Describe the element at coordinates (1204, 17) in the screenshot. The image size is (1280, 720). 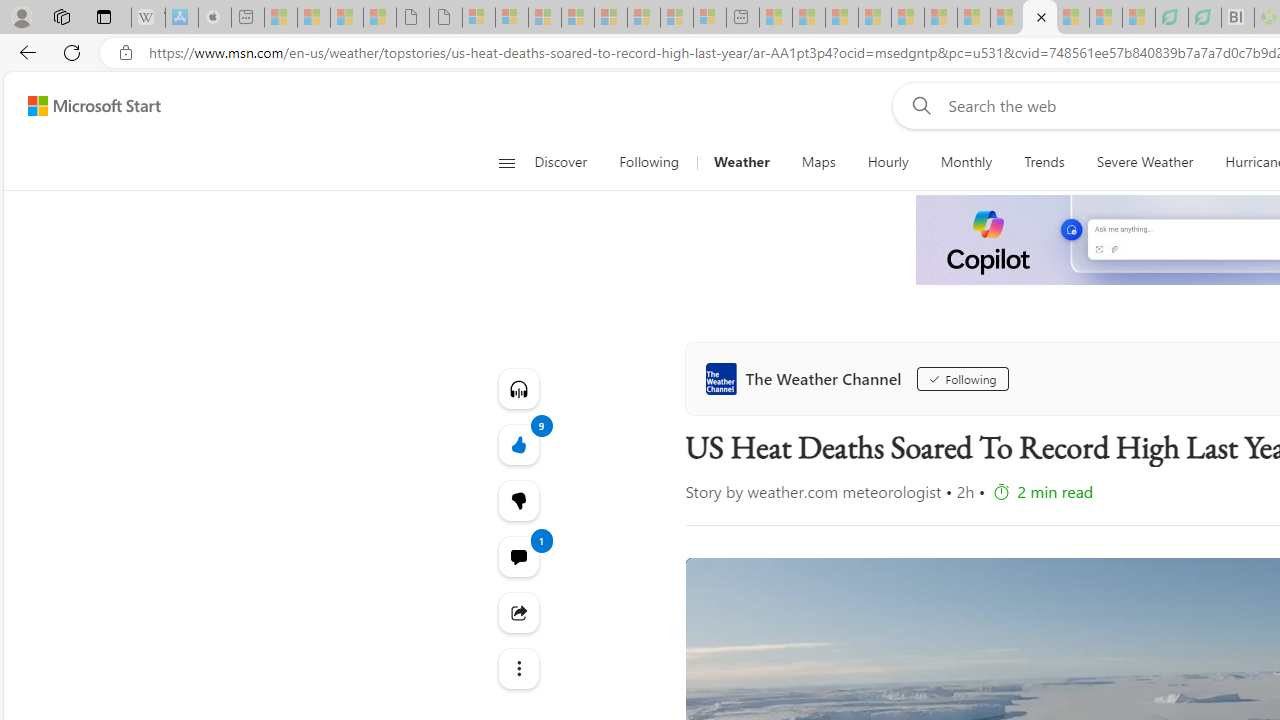
I see `'LendingTree - Compare Lenders - Sleeping'` at that location.